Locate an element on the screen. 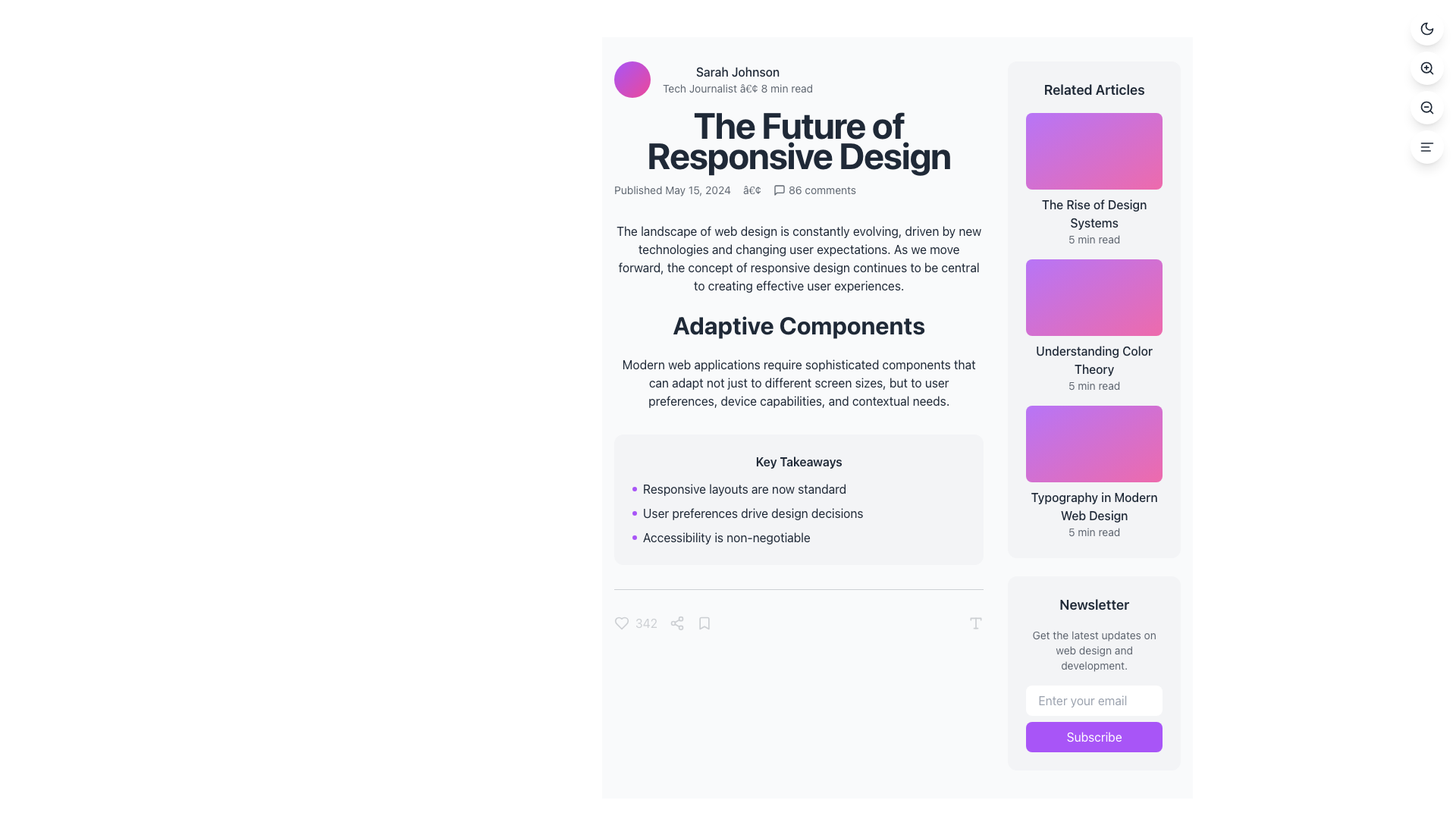  the central circular part of the zoom-in icon, which is a circle-shaped graphic with no fill and a thin stroke is located at coordinates (1426, 67).